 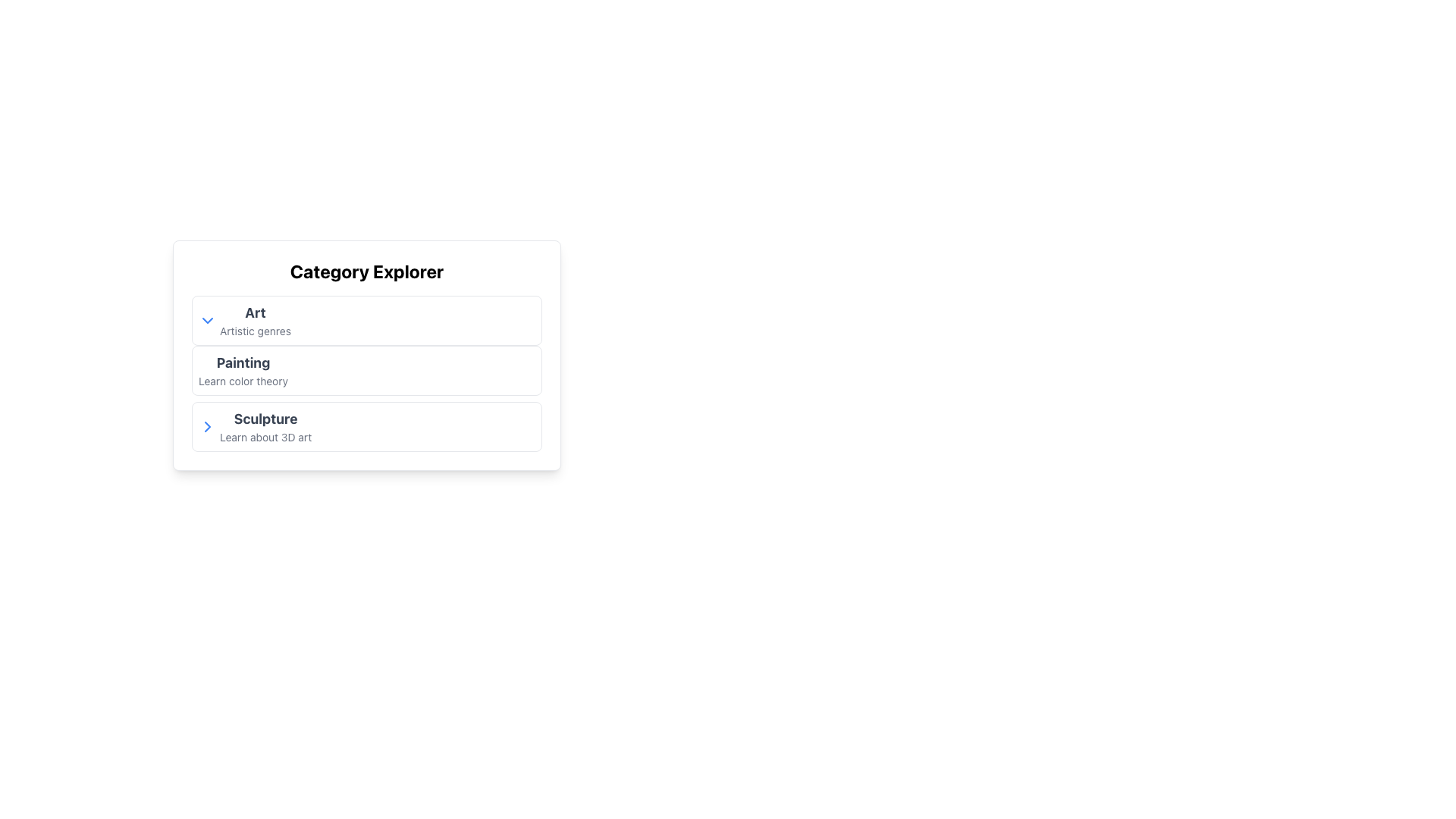 What do you see at coordinates (367, 371) in the screenshot?
I see `the first clickable list item under the 'Art' section to explore content related to 'Painting', focusing on learning about color theory` at bounding box center [367, 371].